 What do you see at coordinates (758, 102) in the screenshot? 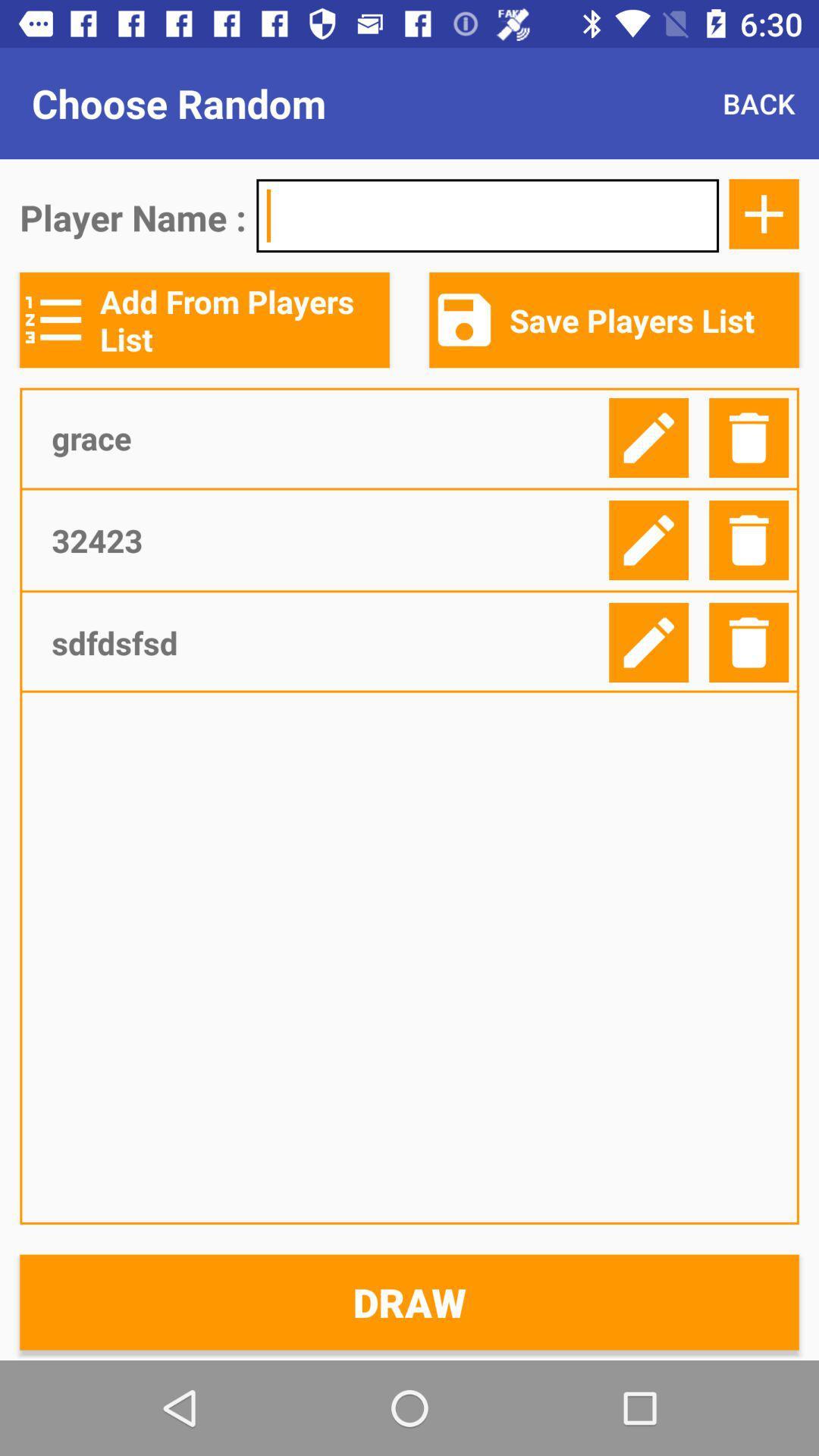
I see `back` at bounding box center [758, 102].